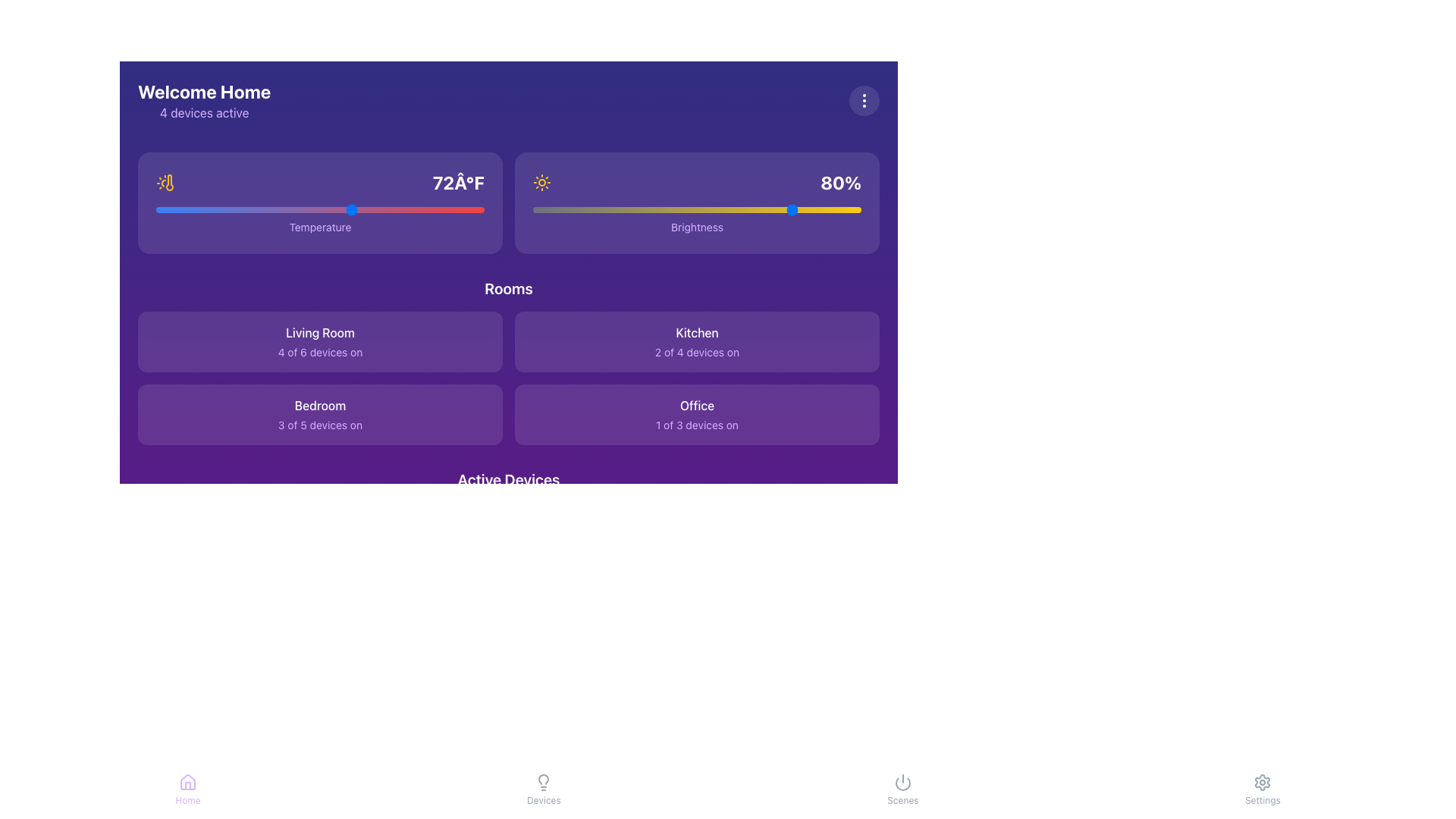 This screenshot has height=819, width=1456. Describe the element at coordinates (319, 342) in the screenshot. I see `the 'Living Room' Card UI component, which displays a summary of devices in this room and is located in the top-left section of the 'Rooms' grid layout` at that location.